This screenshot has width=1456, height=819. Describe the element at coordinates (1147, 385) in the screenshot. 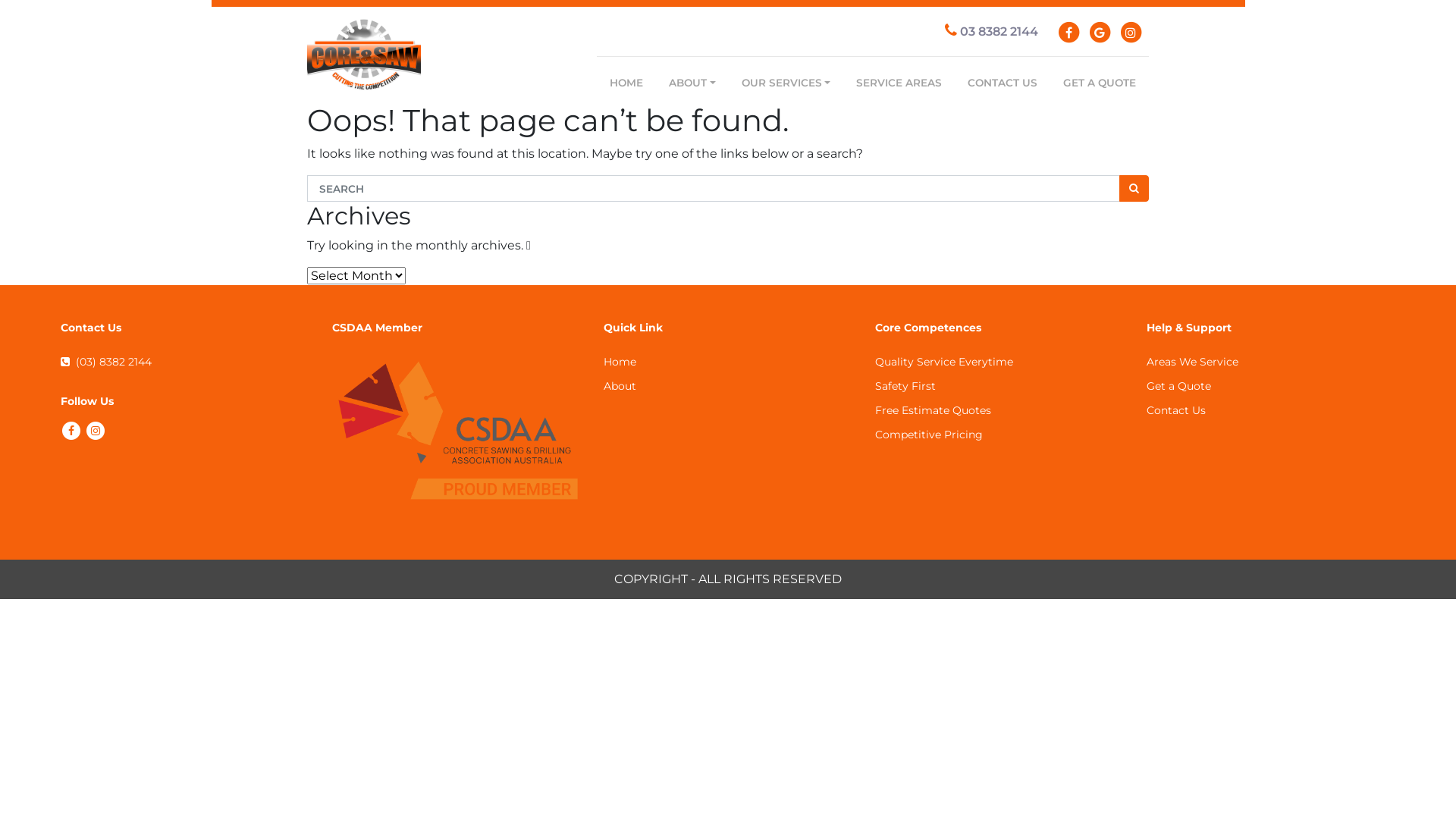

I see `'Get a Quote'` at that location.